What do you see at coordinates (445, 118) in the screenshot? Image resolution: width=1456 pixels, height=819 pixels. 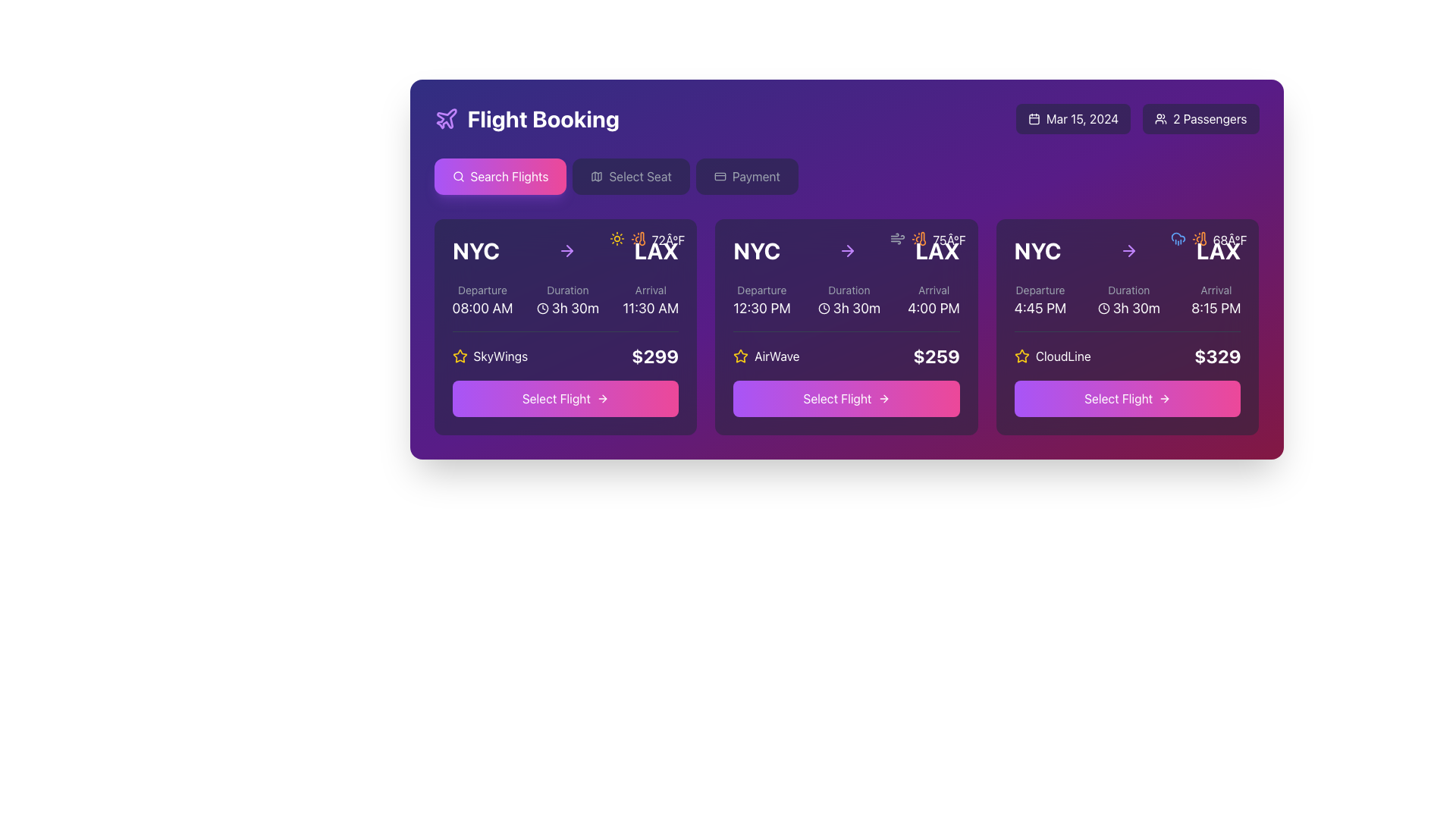 I see `the air travel icon located at the top left of the interface, near the 'Flight Booking' title` at bounding box center [445, 118].